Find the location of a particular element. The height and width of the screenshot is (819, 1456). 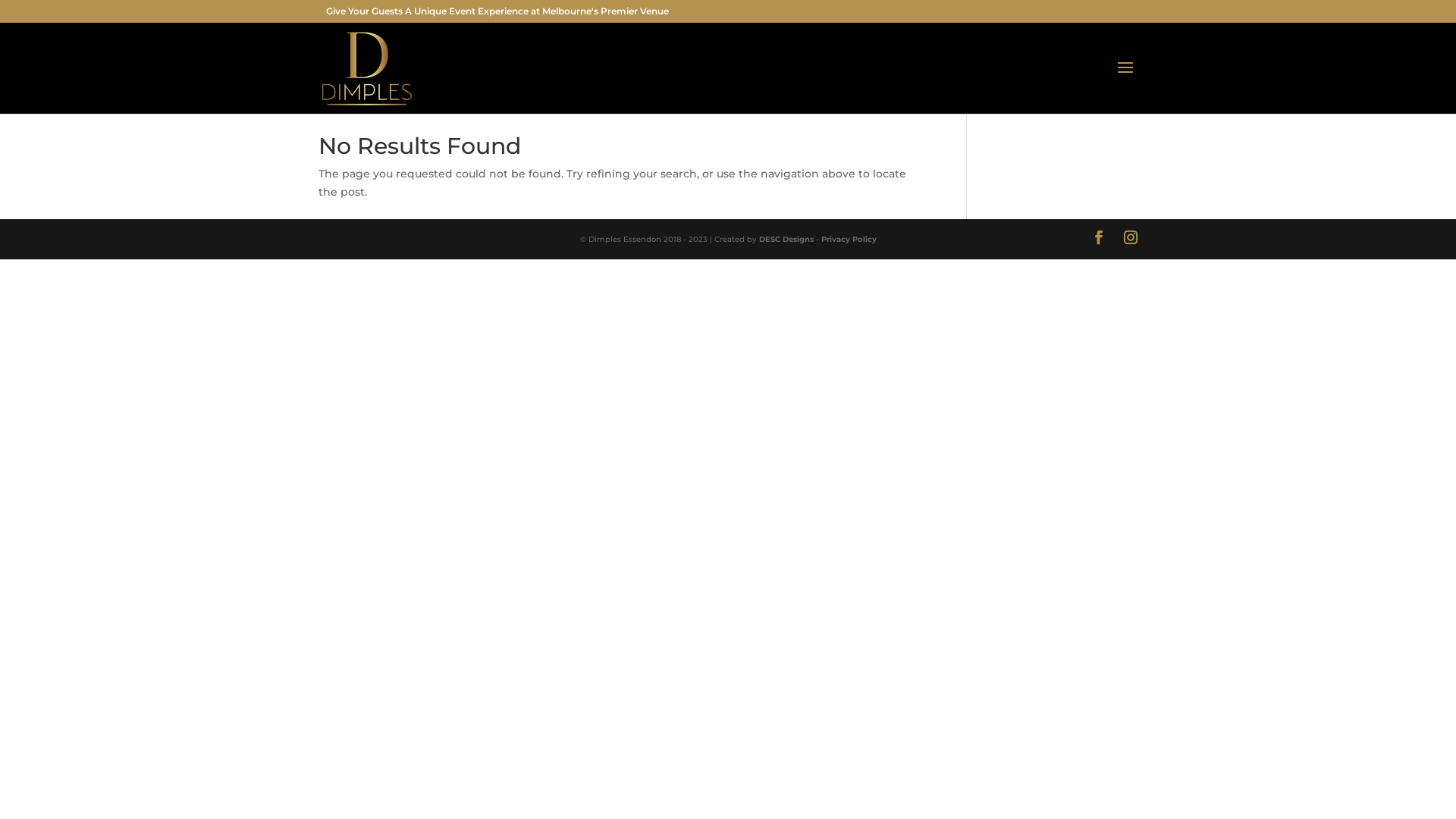

'Privacy Policy' is located at coordinates (847, 239).